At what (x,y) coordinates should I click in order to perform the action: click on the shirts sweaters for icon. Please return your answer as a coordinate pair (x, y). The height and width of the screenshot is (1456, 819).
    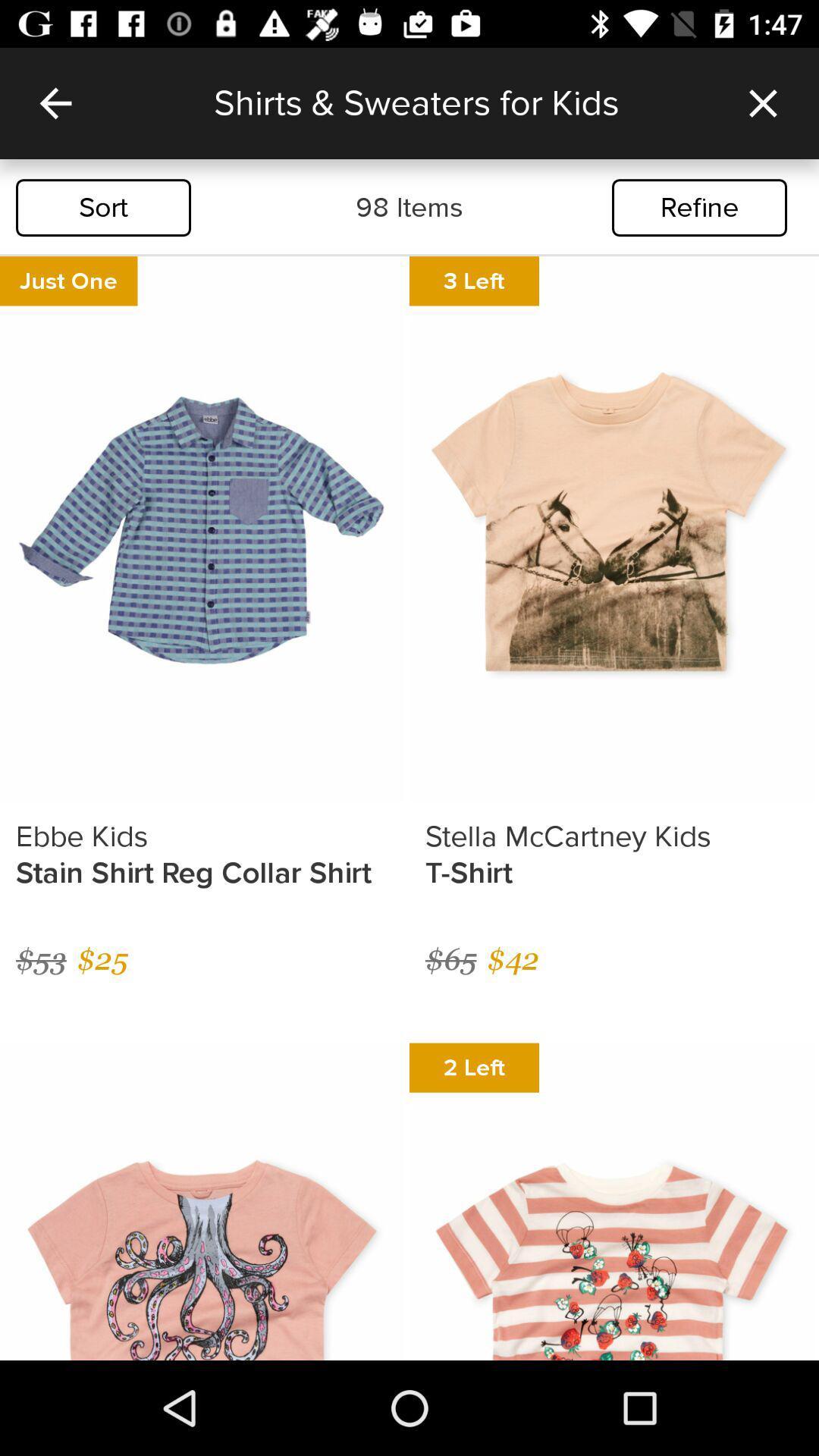
    Looking at the image, I should click on (460, 102).